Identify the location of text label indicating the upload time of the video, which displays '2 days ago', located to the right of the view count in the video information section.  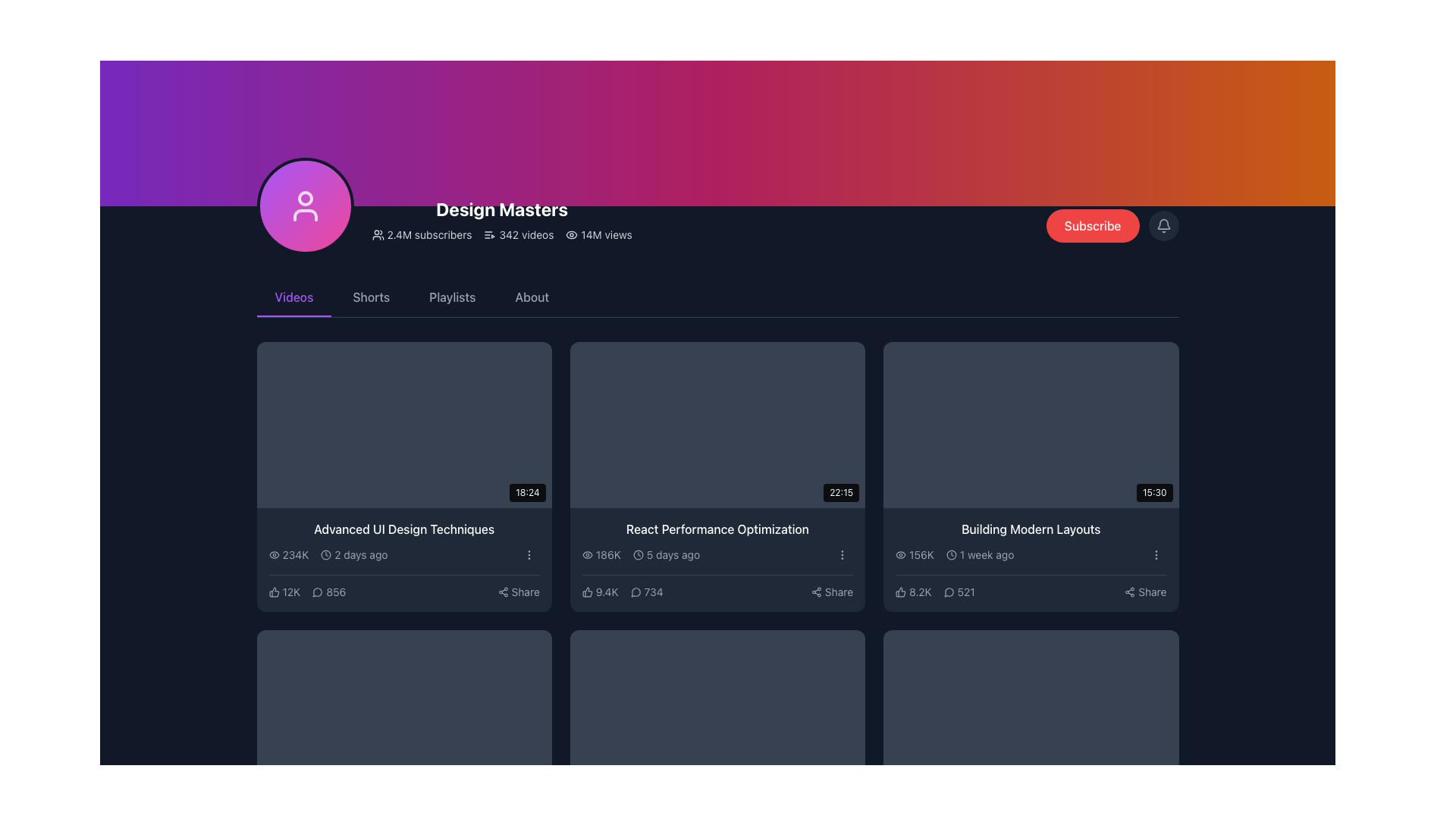
(353, 555).